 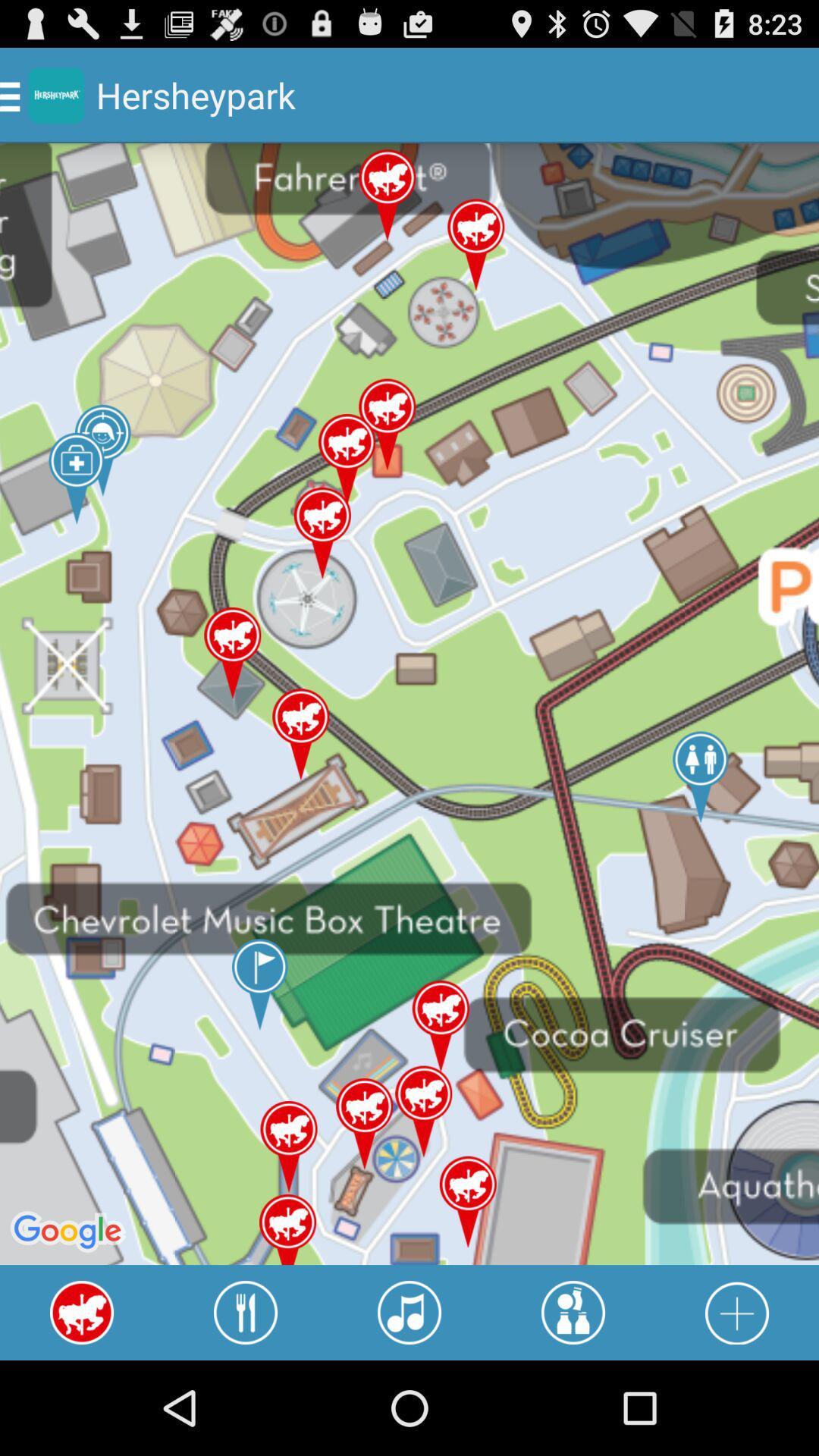 What do you see at coordinates (245, 1312) in the screenshot?
I see `the item below hersheypark app` at bounding box center [245, 1312].